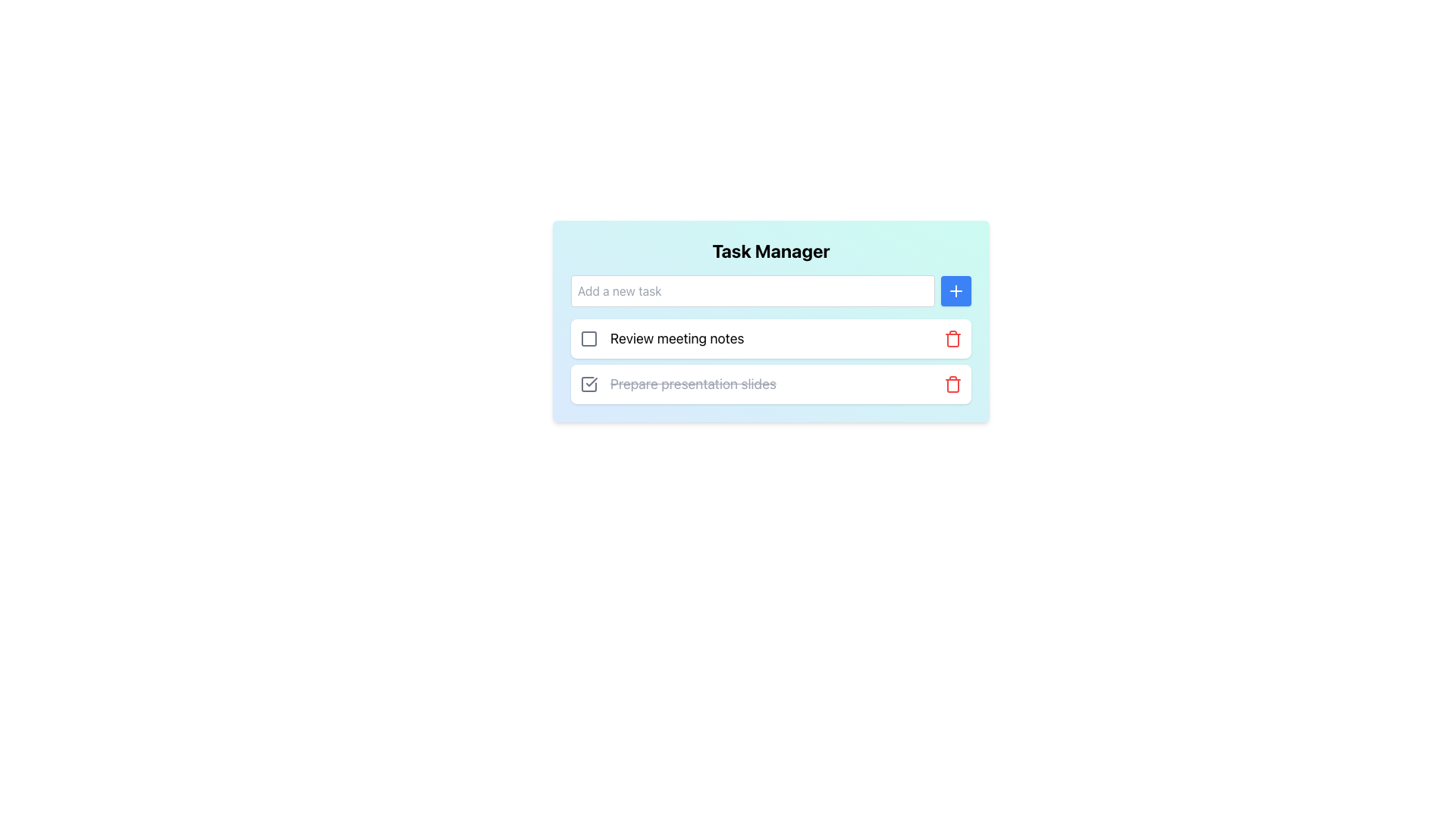 The width and height of the screenshot is (1456, 819). What do you see at coordinates (588, 338) in the screenshot?
I see `the interactive toggle button to mark the task 'Review meeting notes' as completed` at bounding box center [588, 338].